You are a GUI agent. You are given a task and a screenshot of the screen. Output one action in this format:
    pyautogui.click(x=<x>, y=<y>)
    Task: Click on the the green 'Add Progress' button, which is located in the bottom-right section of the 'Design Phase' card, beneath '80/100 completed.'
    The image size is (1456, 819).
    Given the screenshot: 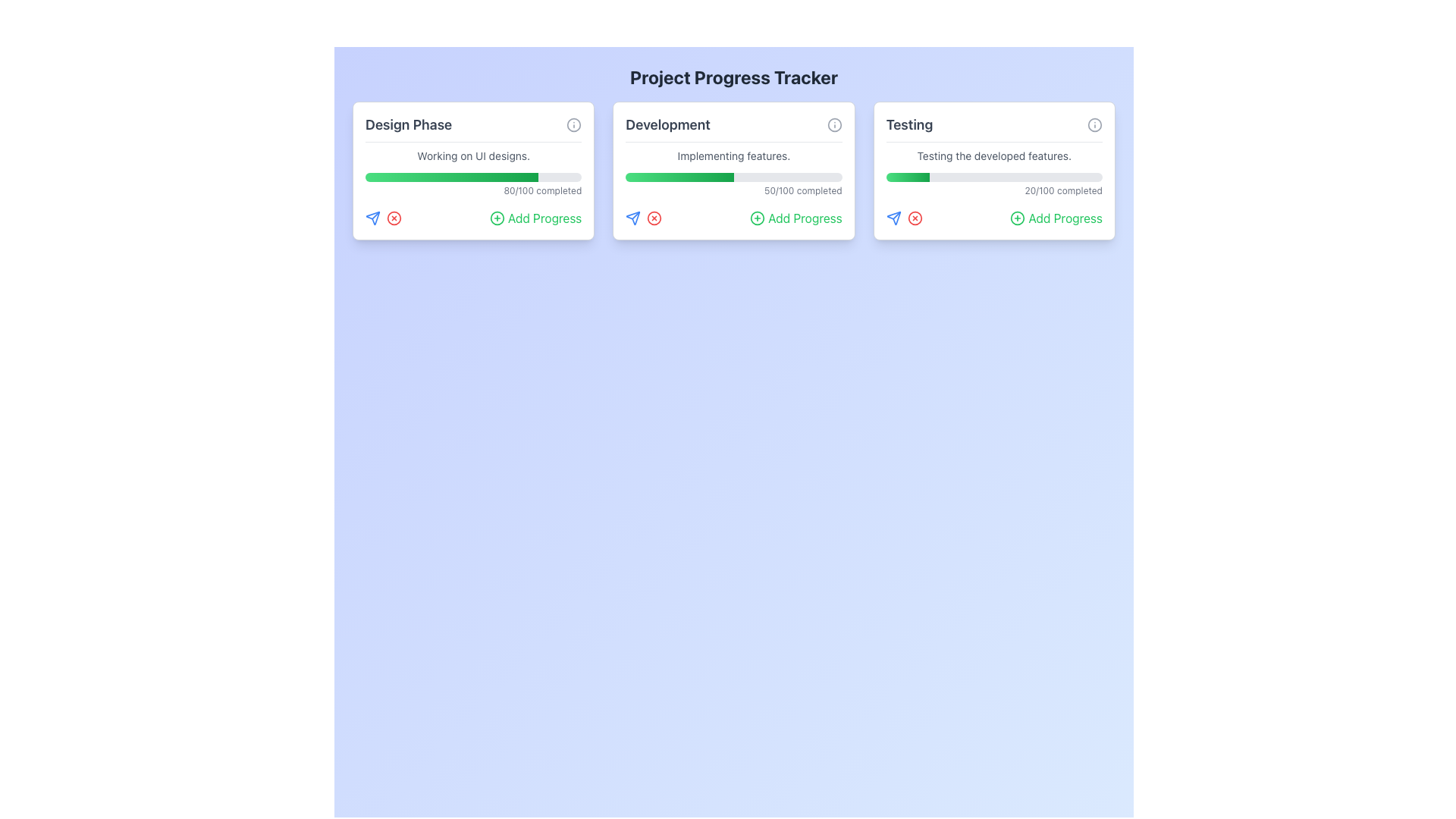 What is the action you would take?
    pyautogui.click(x=472, y=218)
    